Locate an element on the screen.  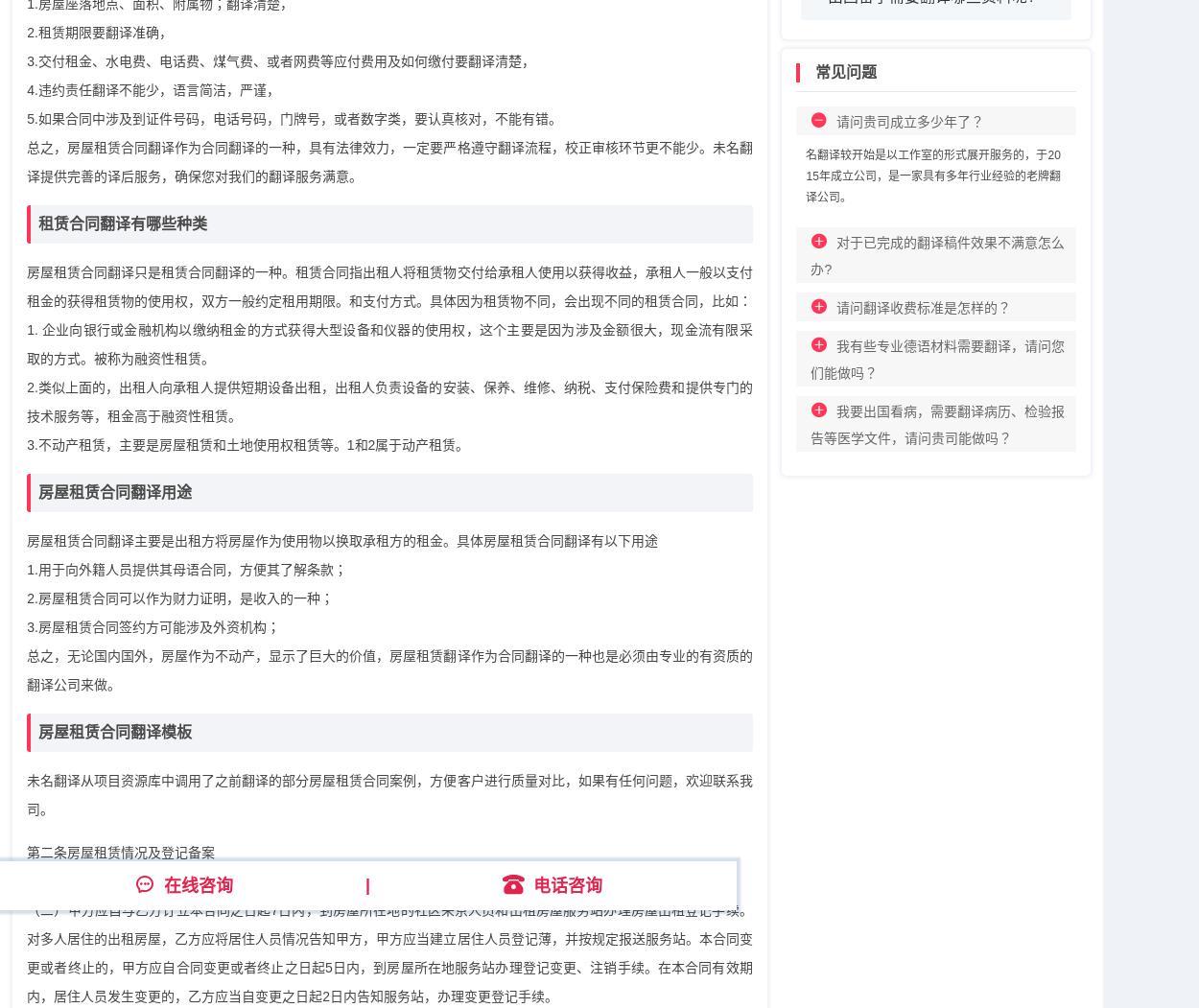
'（一）租赁用途为居住，居住人数为4人。' is located at coordinates (151, 880).